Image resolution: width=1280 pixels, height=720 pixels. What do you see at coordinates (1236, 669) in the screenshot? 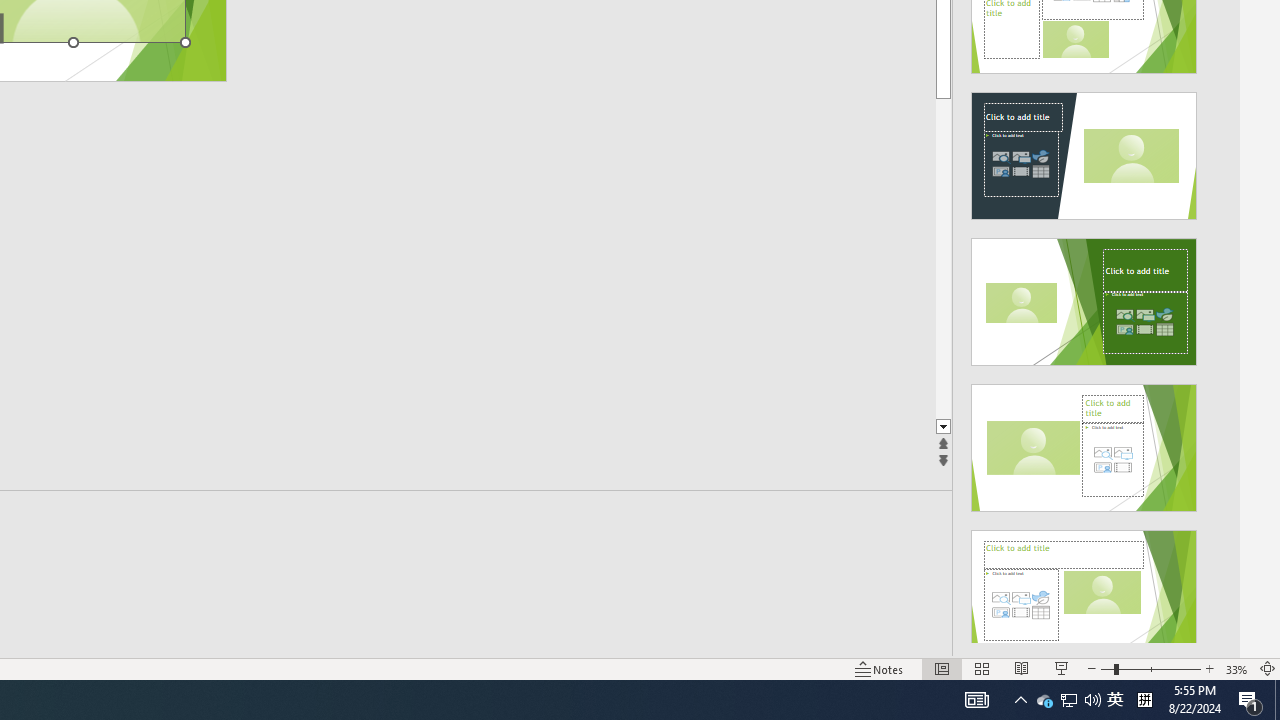
I see `'Zoom 33%'` at bounding box center [1236, 669].